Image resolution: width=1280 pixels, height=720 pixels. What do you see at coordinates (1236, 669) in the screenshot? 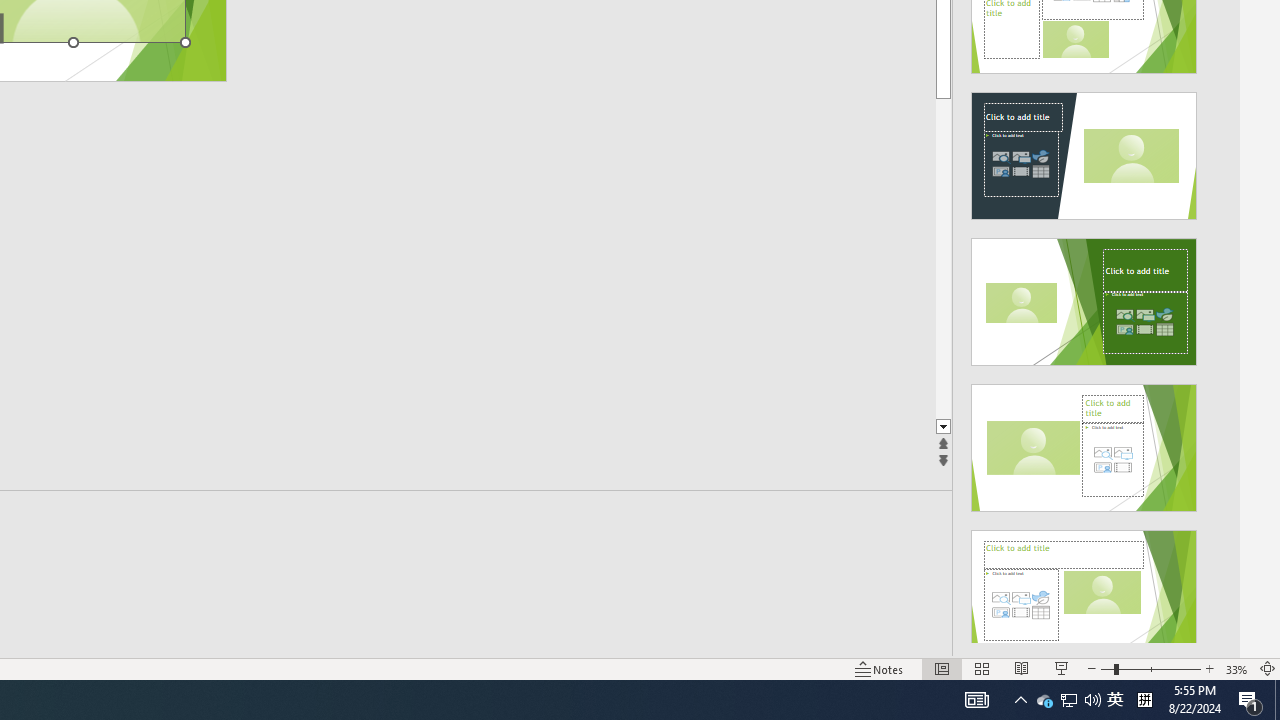
I see `'Zoom 33%'` at bounding box center [1236, 669].